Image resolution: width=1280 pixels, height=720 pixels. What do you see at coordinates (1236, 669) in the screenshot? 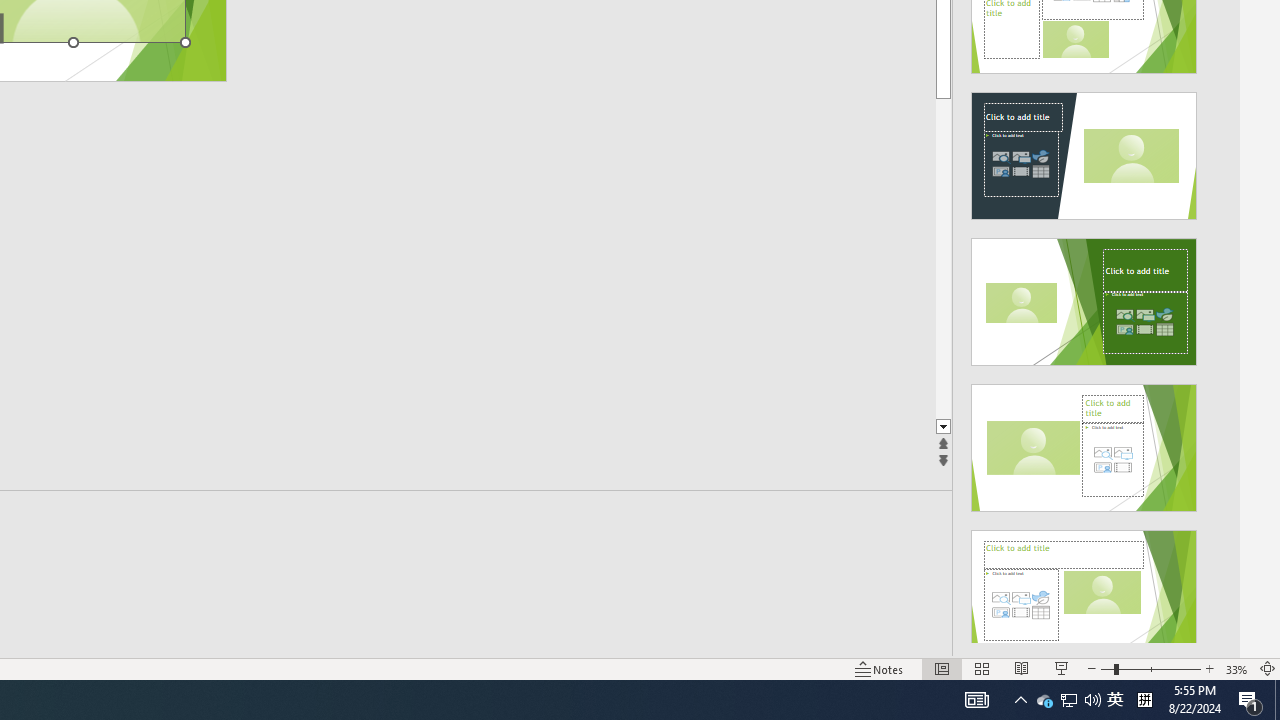
I see `'Zoom 33%'` at bounding box center [1236, 669].